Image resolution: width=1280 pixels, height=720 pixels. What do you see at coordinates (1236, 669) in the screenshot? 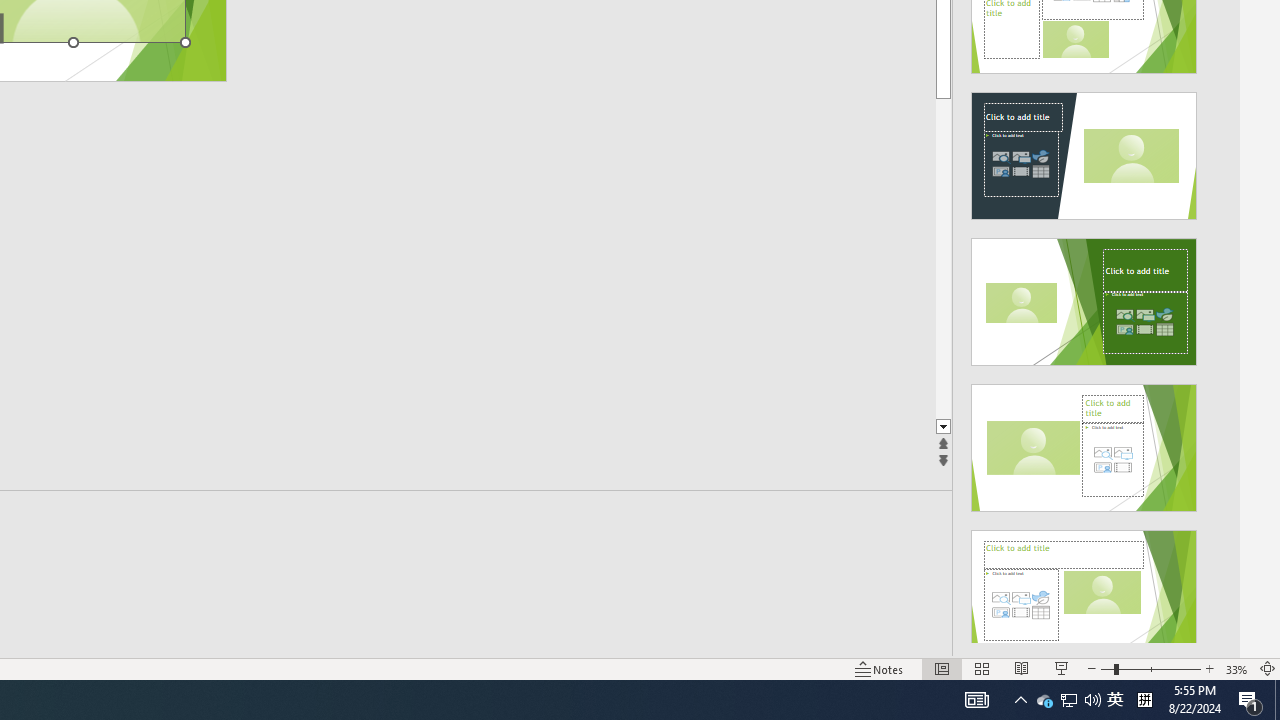
I see `'Zoom 33%'` at bounding box center [1236, 669].